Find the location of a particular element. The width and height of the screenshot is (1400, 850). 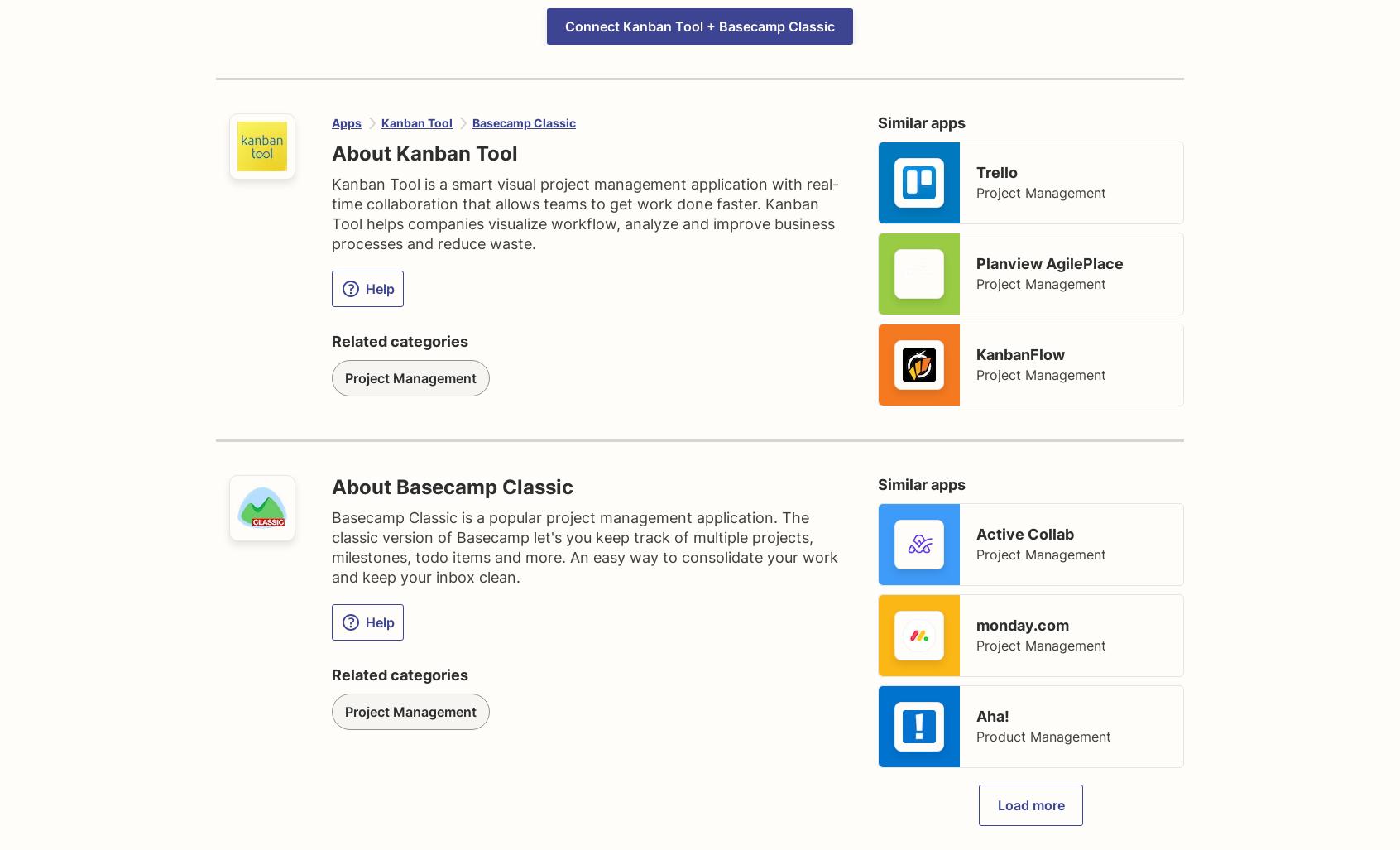

'Product Management' is located at coordinates (1043, 735).